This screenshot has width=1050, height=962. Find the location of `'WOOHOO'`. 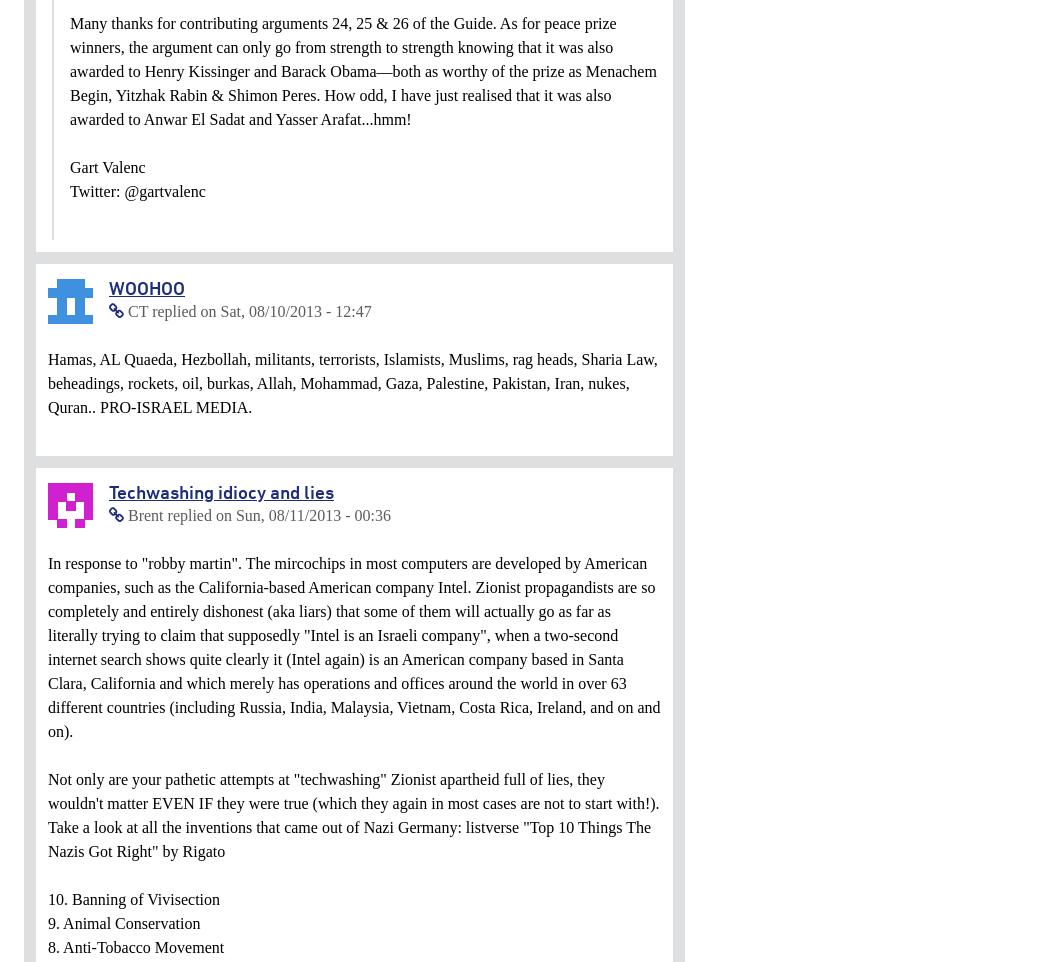

'WOOHOO' is located at coordinates (146, 288).